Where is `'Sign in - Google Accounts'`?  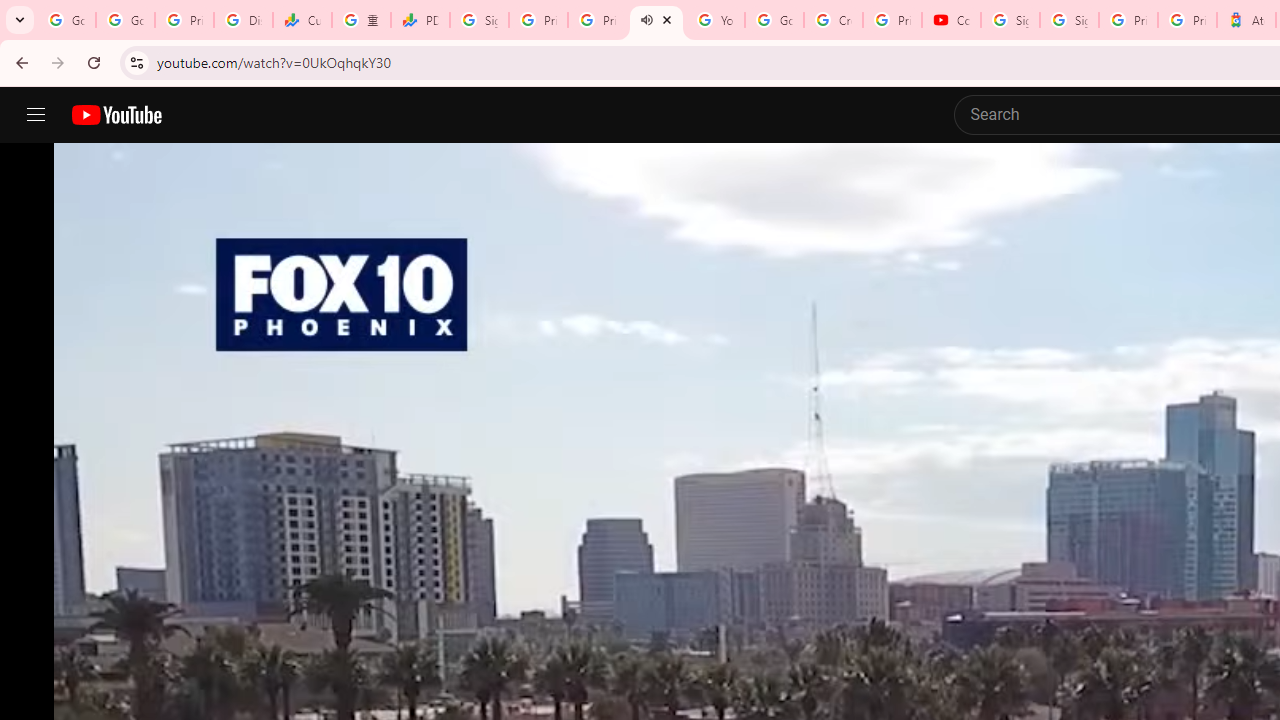
'Sign in - Google Accounts' is located at coordinates (1068, 20).